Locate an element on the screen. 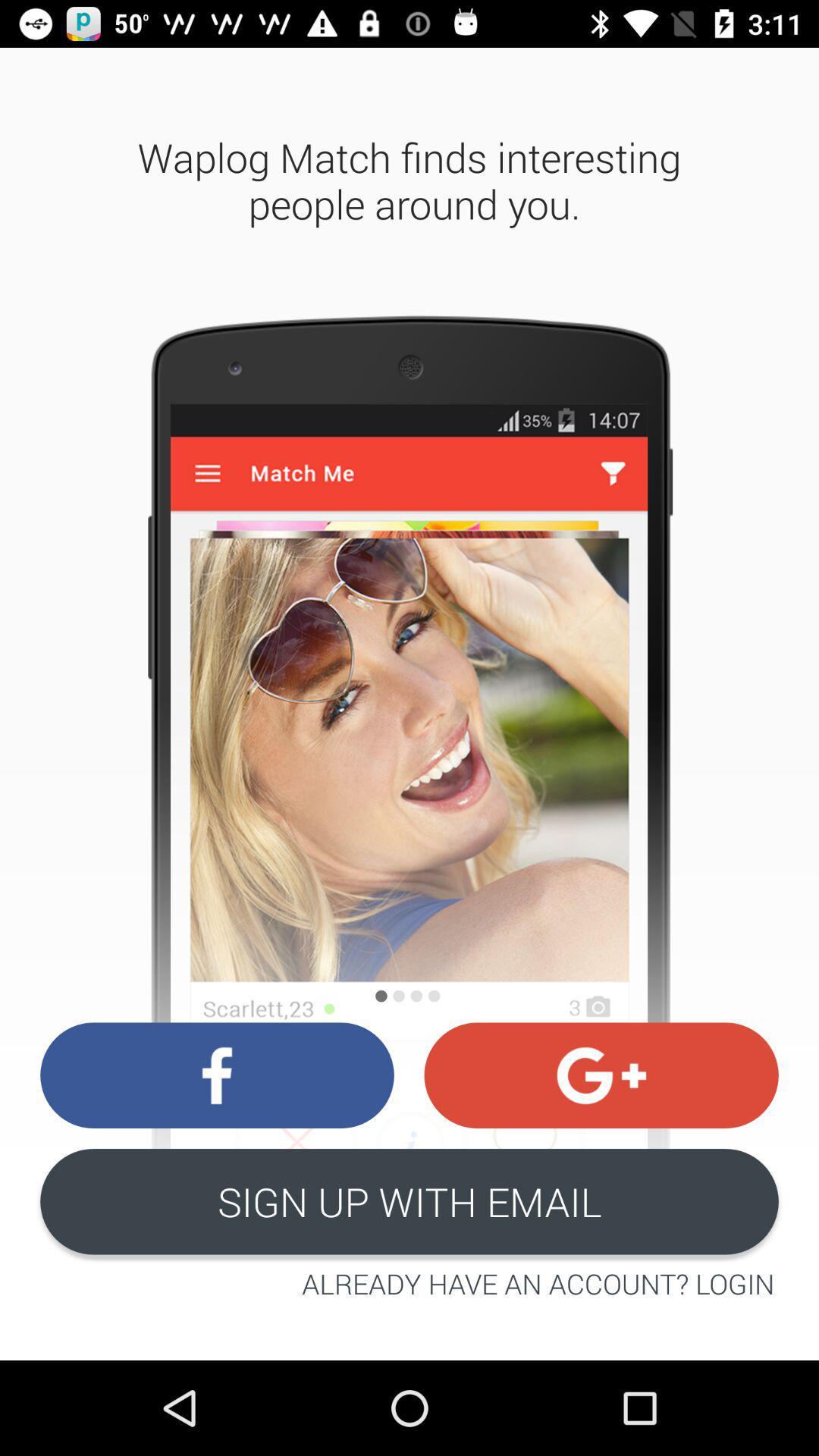  the swap icon is located at coordinates (601, 1075).